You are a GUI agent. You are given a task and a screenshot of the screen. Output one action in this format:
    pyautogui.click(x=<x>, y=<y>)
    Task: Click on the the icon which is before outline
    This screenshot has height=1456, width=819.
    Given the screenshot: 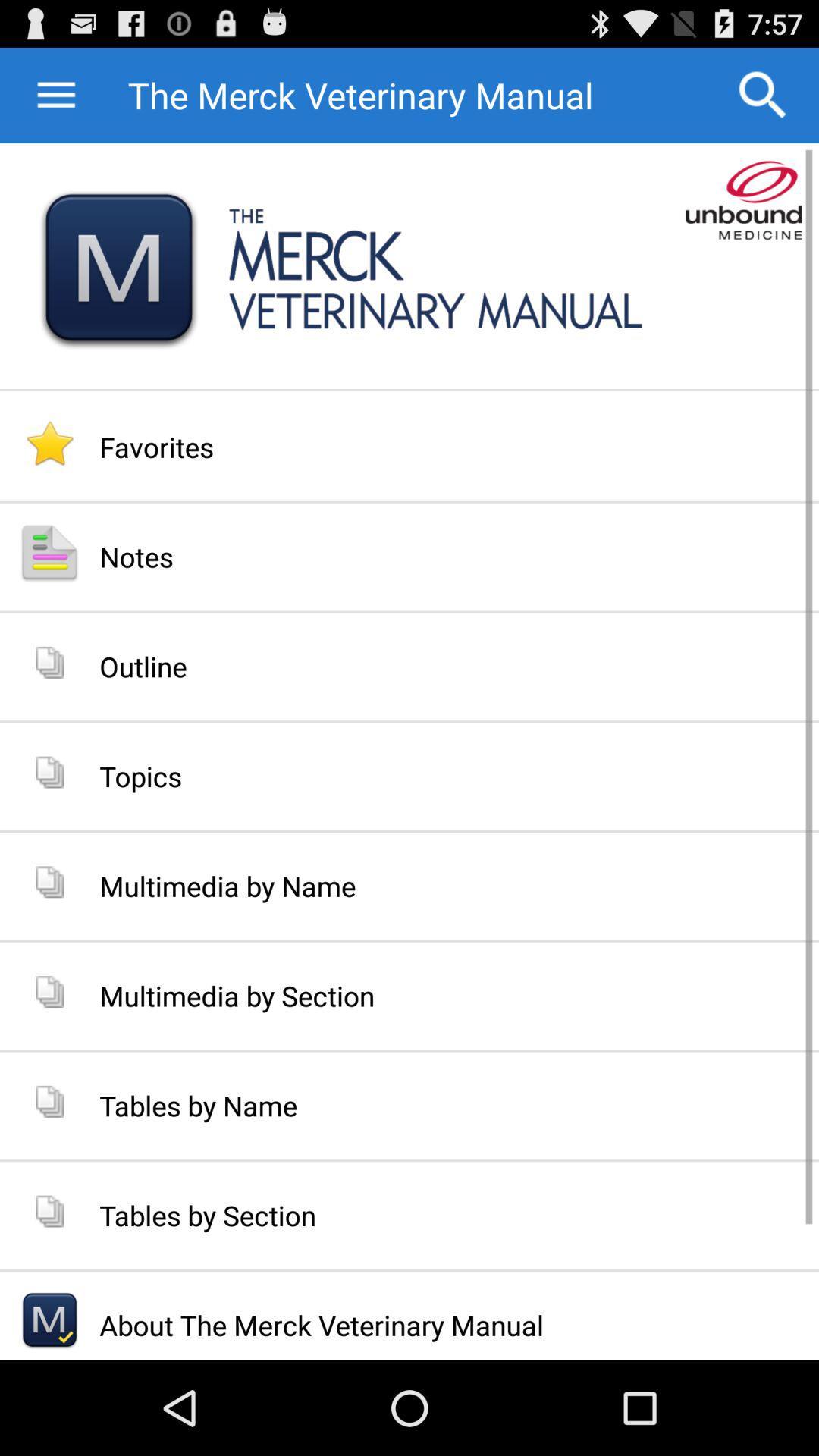 What is the action you would take?
    pyautogui.click(x=49, y=662)
    